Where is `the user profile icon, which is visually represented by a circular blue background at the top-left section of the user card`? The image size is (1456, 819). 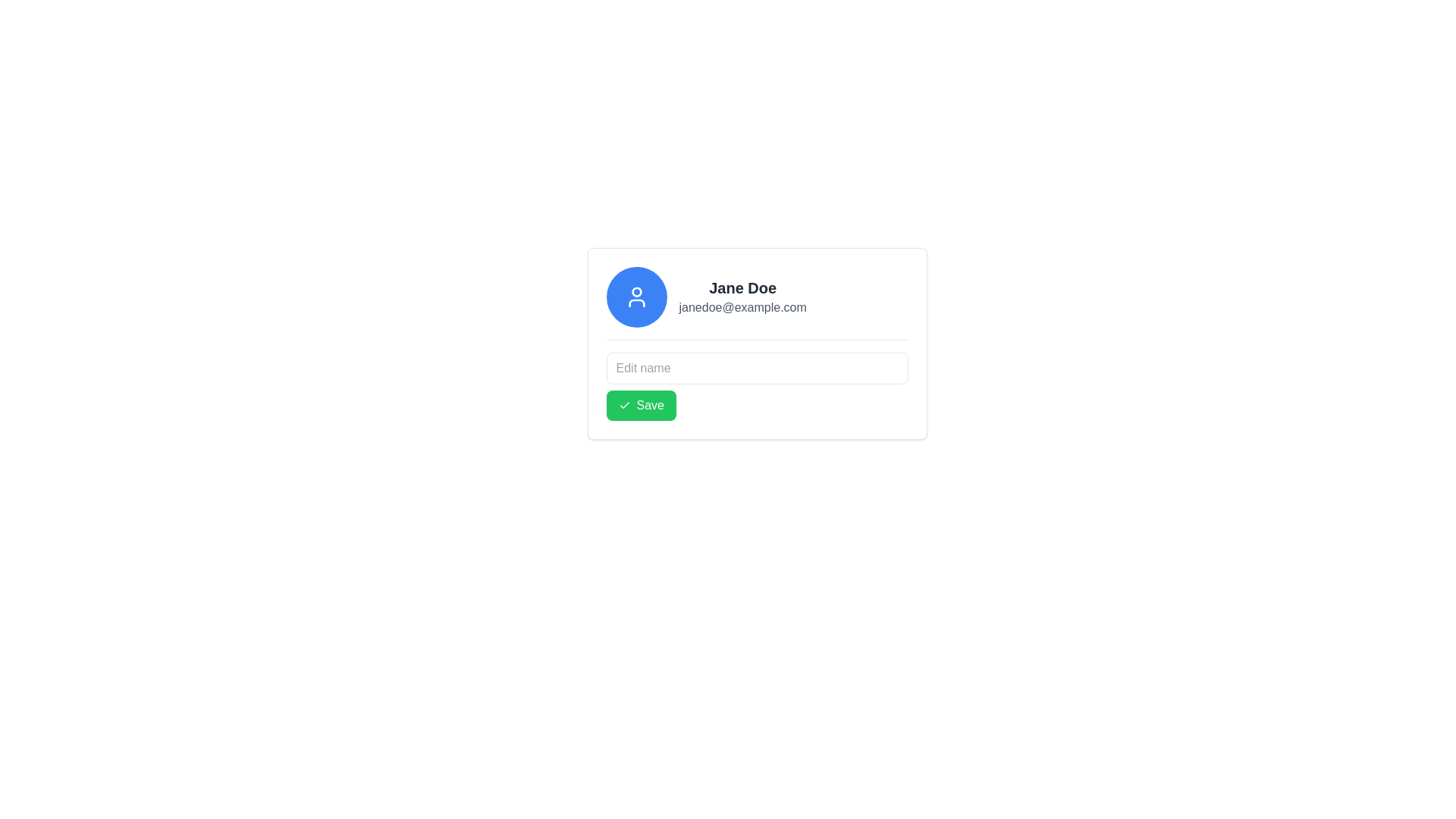
the user profile icon, which is visually represented by a circular blue background at the top-left section of the user card is located at coordinates (636, 297).